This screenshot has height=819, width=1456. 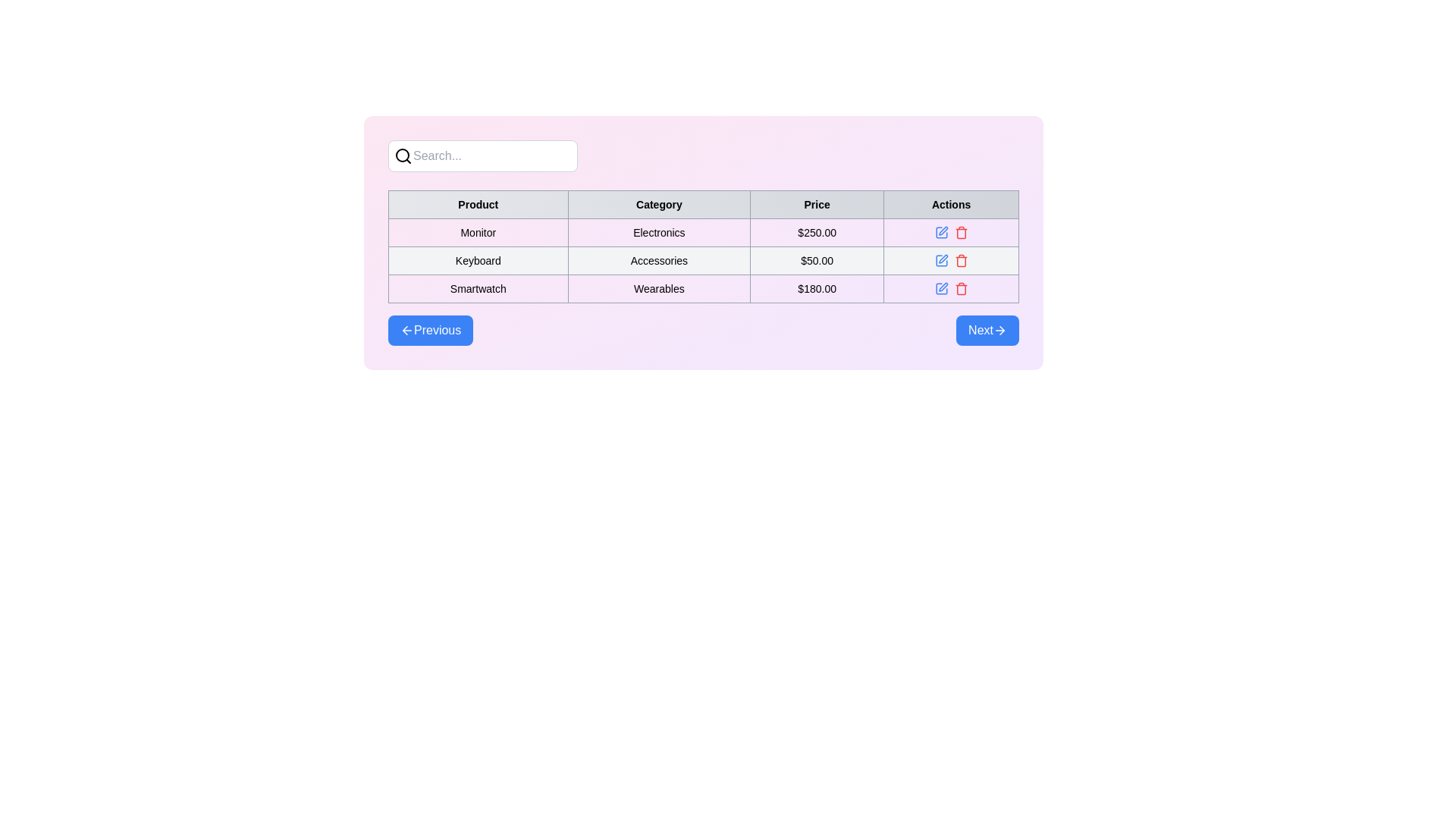 What do you see at coordinates (477, 205) in the screenshot?
I see `the Table Header Cell with the text 'Product', which is the first entry in the header row of the table, located in the top-left corner with a light gray background and bordered black text` at bounding box center [477, 205].